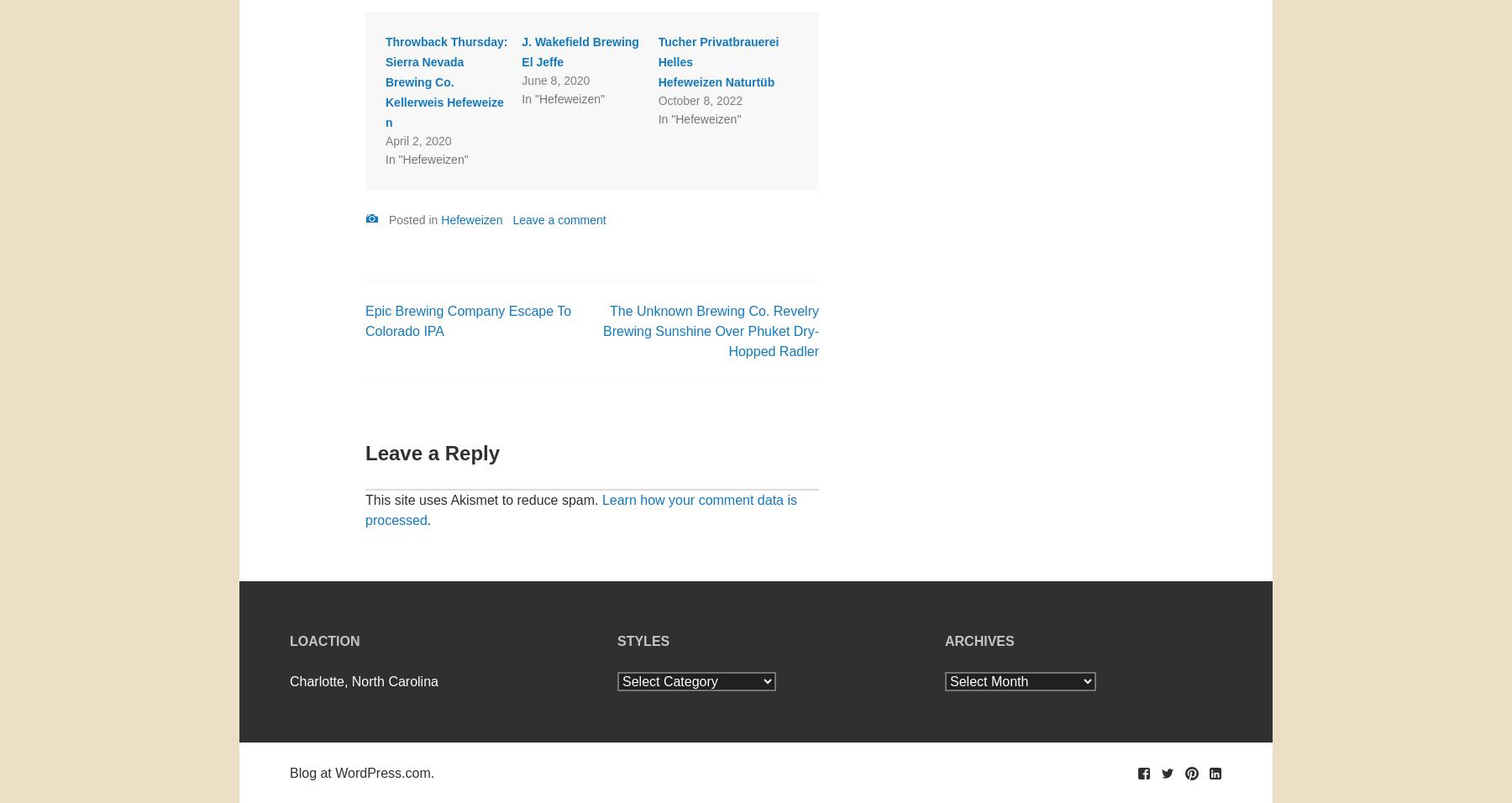  I want to click on 'Charlotte, North Carolina', so click(290, 680).